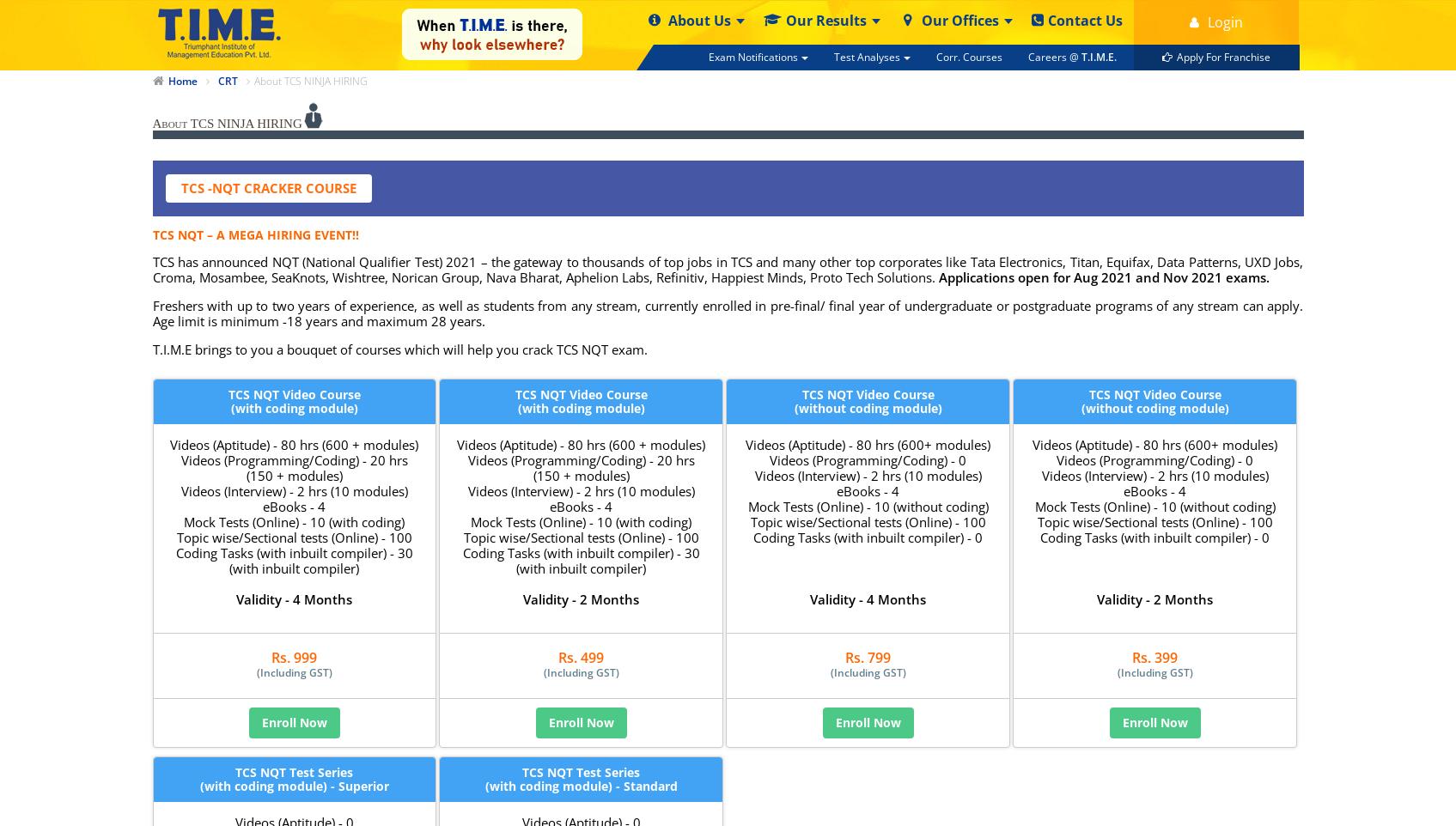 This screenshot has height=826, width=1456. Describe the element at coordinates (151, 123) in the screenshot. I see `'About TCS NINJA HIRING'` at that location.